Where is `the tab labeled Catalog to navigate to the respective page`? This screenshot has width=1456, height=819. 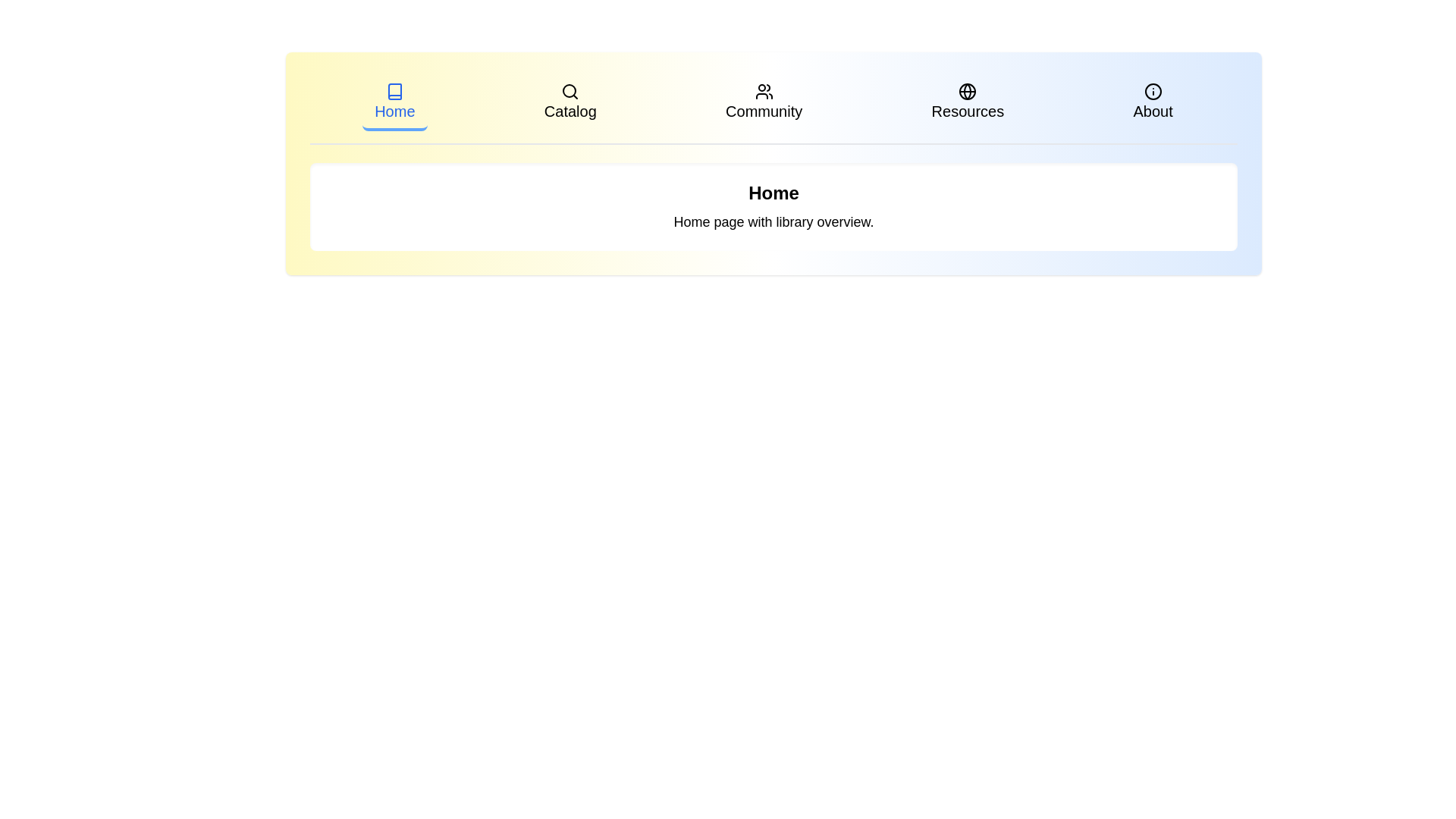 the tab labeled Catalog to navigate to the respective page is located at coordinates (570, 103).